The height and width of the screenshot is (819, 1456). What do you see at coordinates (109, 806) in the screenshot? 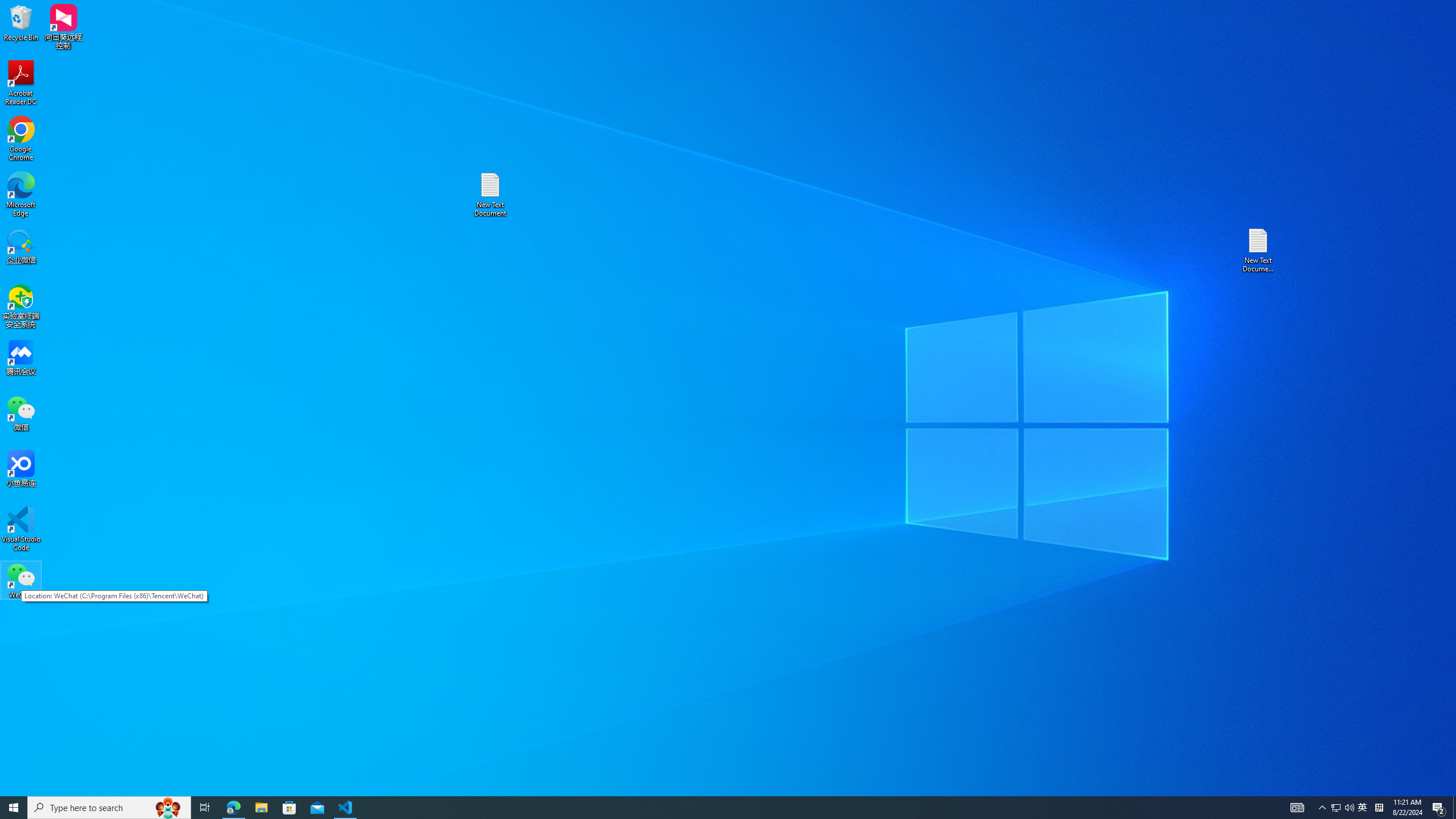
I see `'Type here to search'` at bounding box center [109, 806].